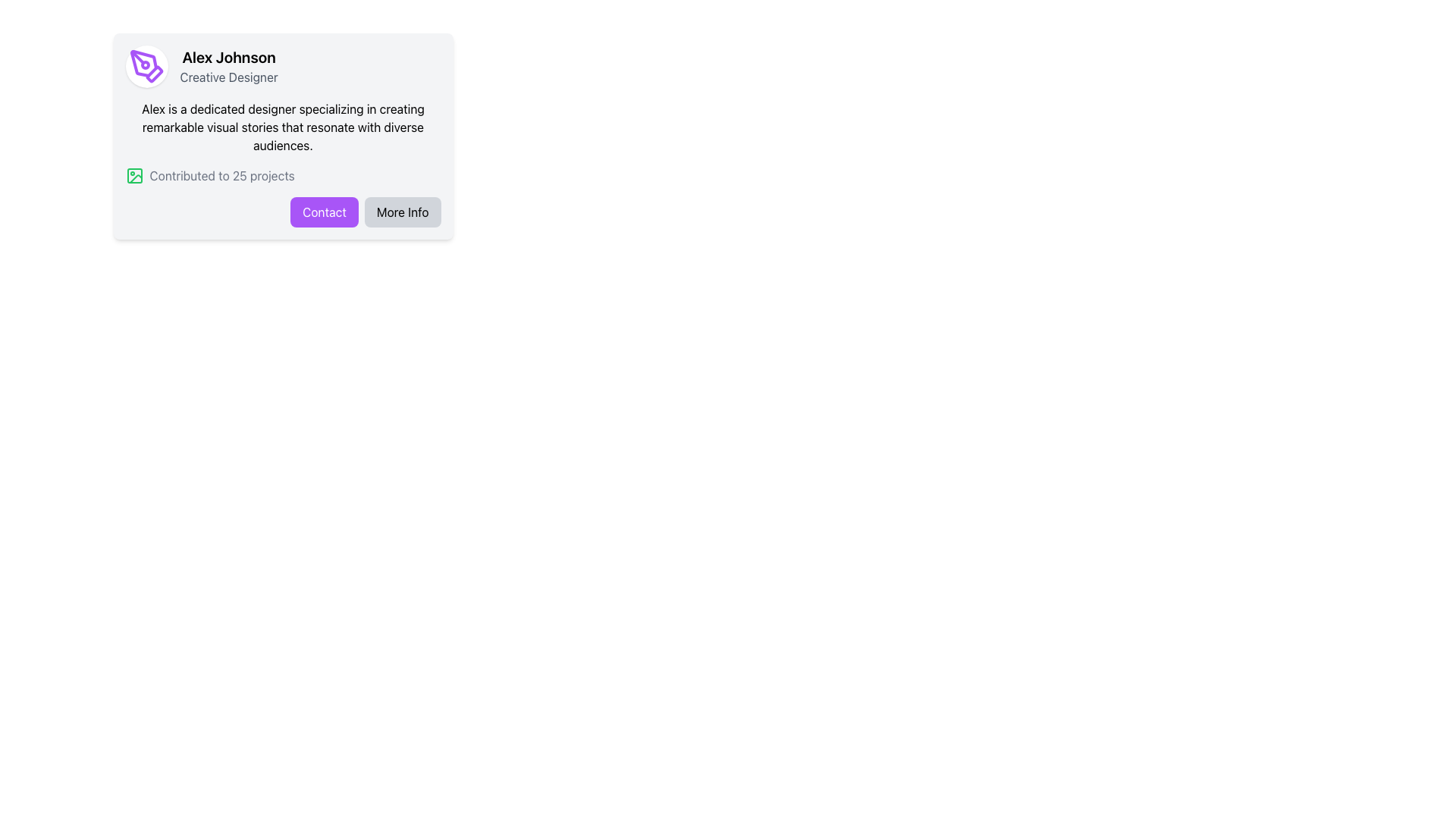  I want to click on the text label component that describes the role or designation of 'Alex Johnson', located below the main title, so click(228, 77).